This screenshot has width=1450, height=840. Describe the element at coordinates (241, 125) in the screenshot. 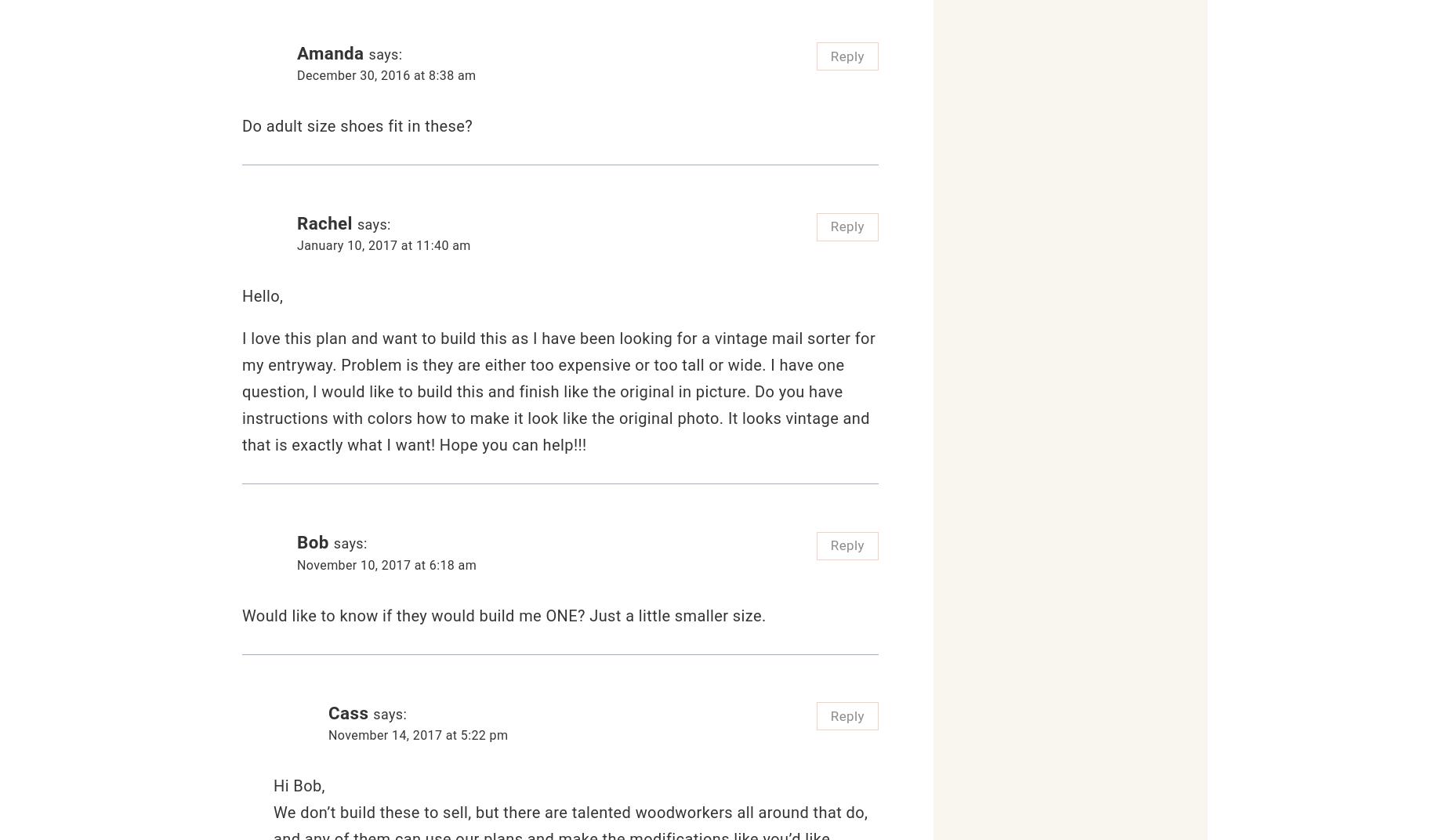

I see `'Do adult size shoes fit in these?'` at that location.